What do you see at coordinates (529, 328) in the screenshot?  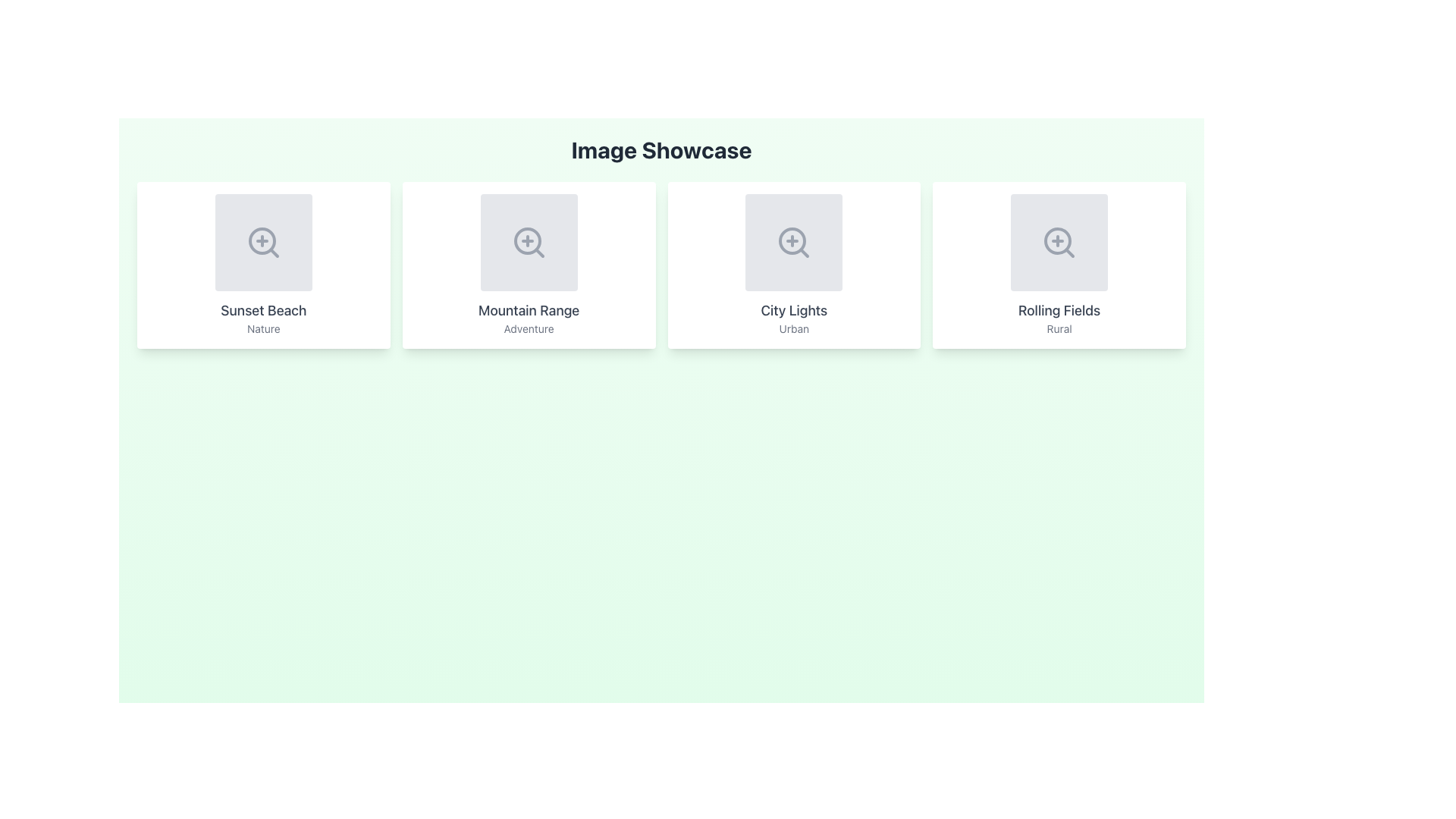 I see `text label located under the bold heading 'Mountain Range' in the second module of four horizontally aligned modules` at bounding box center [529, 328].